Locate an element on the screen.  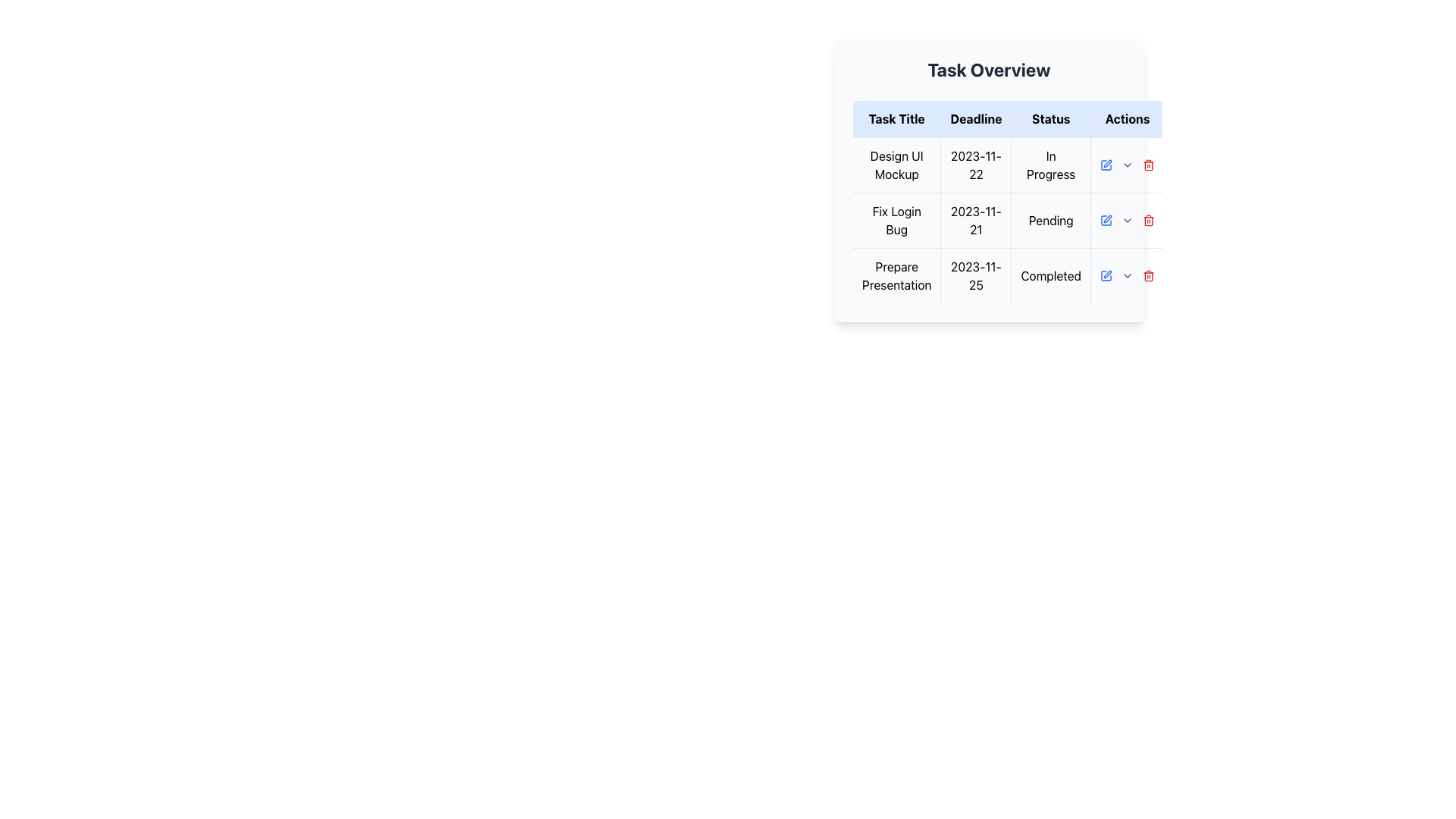
the editing icon in the 'Actions' column of the second row, associated with the task titled 'Fix Login Bug' is located at coordinates (1106, 165).